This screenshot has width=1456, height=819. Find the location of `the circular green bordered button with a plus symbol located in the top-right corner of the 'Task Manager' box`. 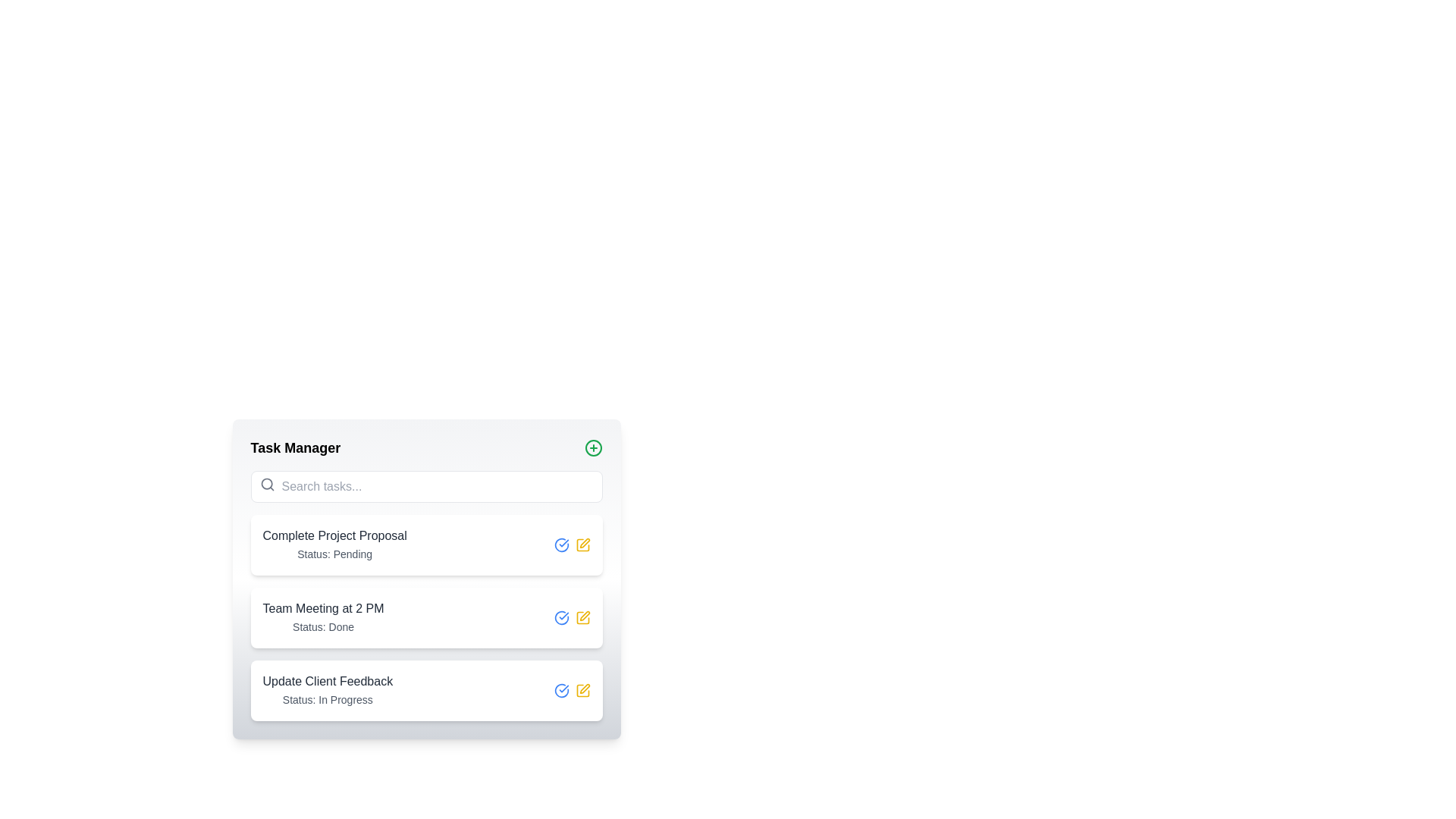

the circular green bordered button with a plus symbol located in the top-right corner of the 'Task Manager' box is located at coordinates (592, 447).